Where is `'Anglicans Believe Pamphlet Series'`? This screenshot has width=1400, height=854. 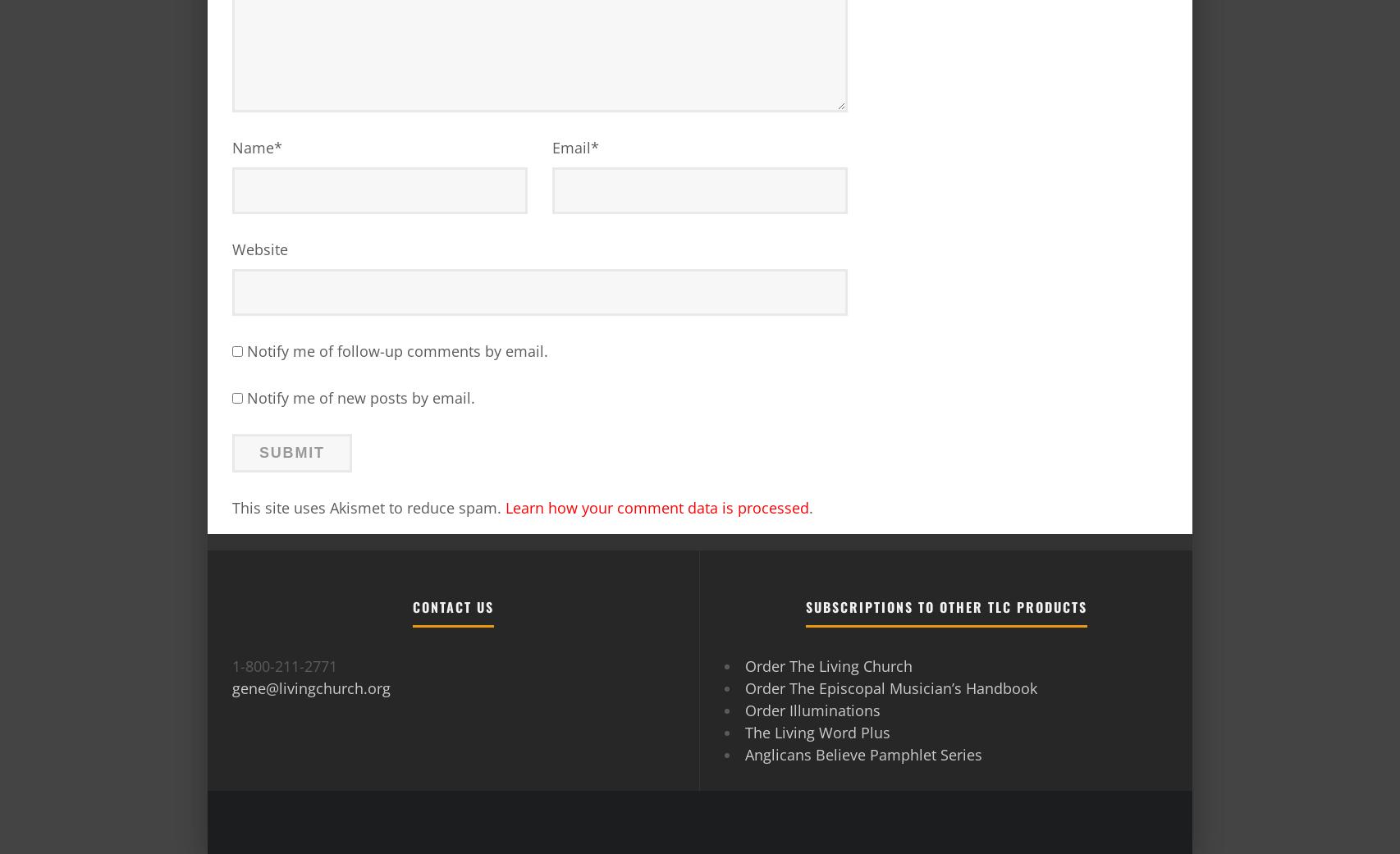
'Anglicans Believe Pamphlet Series' is located at coordinates (863, 752).